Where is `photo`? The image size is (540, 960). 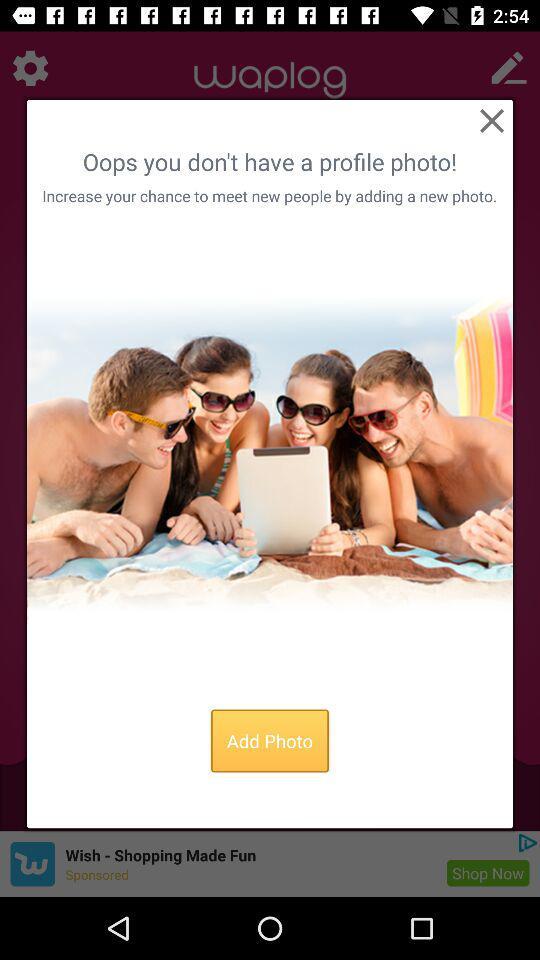 photo is located at coordinates (270, 453).